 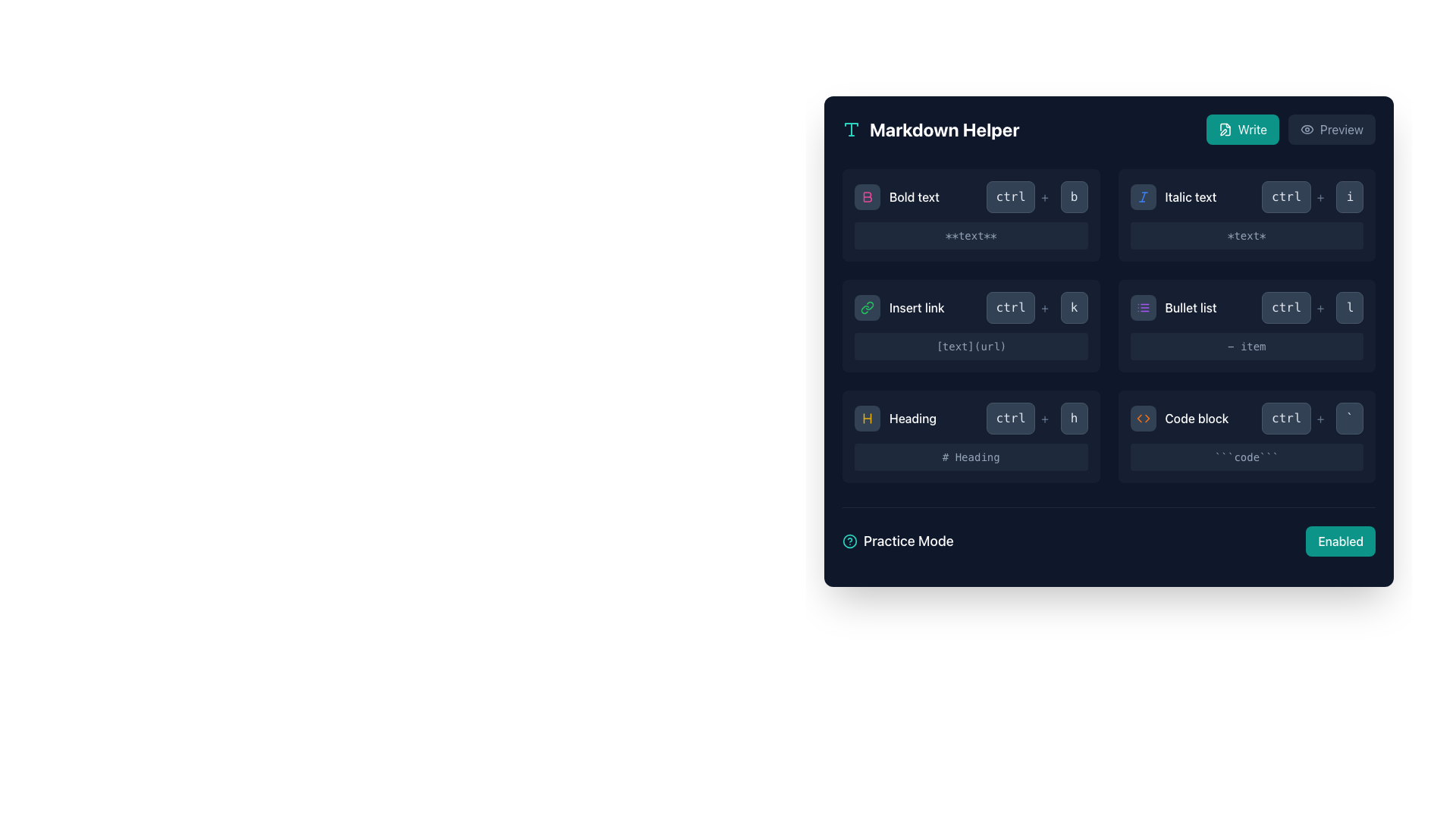 I want to click on the text content displayed in the Text Label that demonstrates bold text formatting in the Markdown Helper interface, located below the 'Bold text ctrl+b' description, so click(x=971, y=236).